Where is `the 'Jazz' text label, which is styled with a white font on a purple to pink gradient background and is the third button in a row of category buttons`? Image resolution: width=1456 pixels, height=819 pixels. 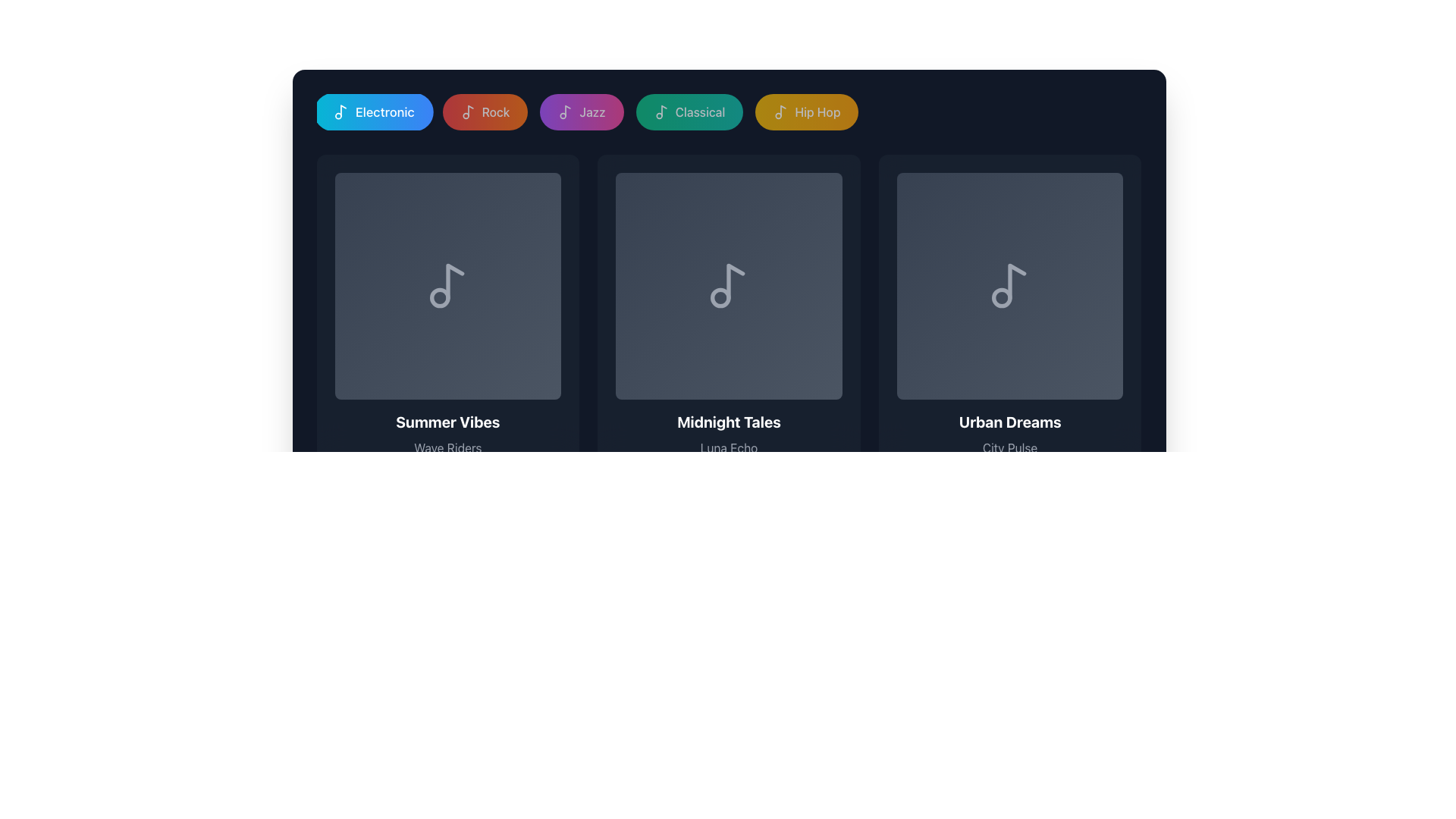 the 'Jazz' text label, which is styled with a white font on a purple to pink gradient background and is the third button in a row of category buttons is located at coordinates (591, 111).